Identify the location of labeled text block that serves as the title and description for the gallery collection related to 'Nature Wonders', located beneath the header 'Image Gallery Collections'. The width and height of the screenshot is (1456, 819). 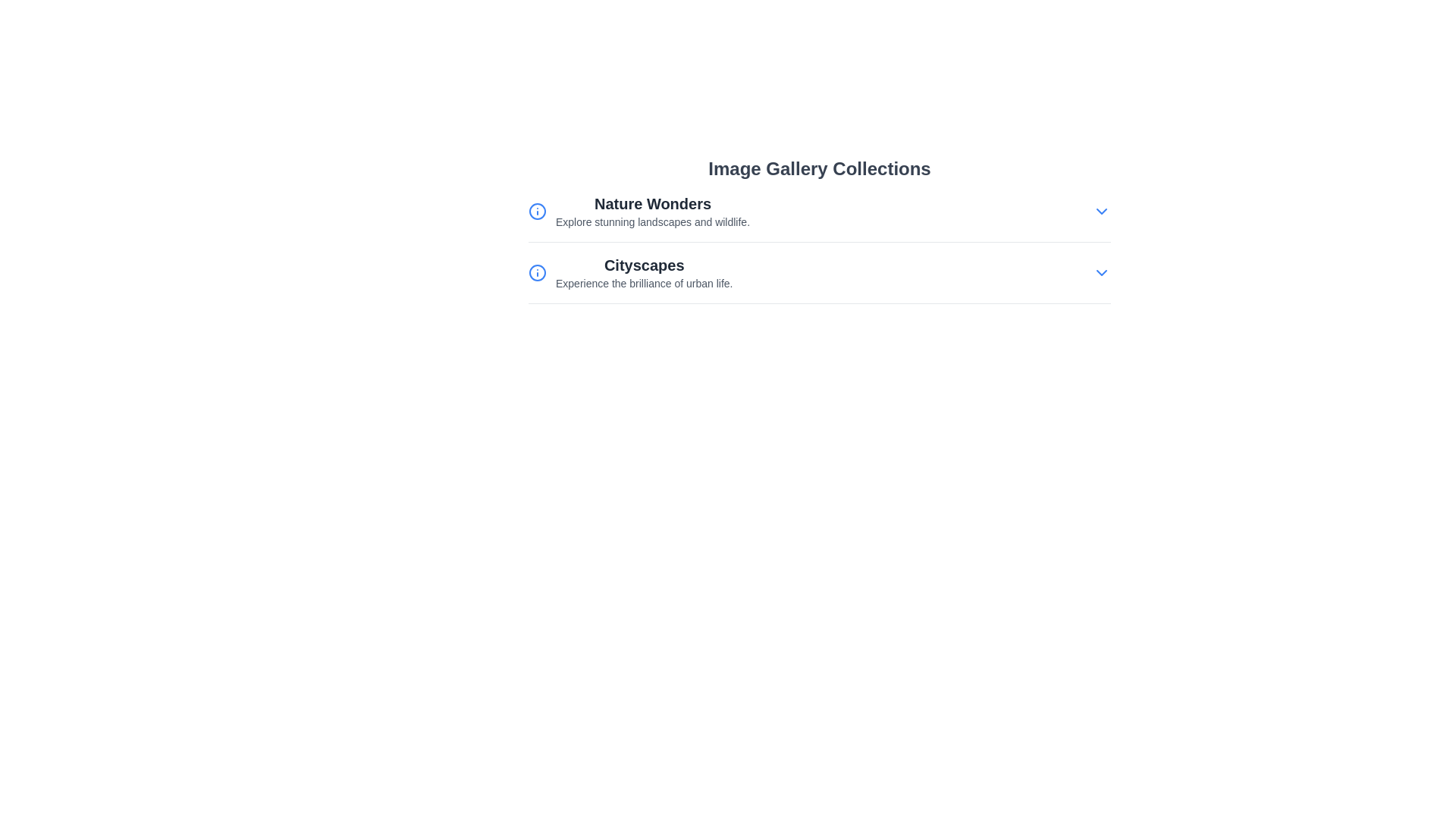
(652, 211).